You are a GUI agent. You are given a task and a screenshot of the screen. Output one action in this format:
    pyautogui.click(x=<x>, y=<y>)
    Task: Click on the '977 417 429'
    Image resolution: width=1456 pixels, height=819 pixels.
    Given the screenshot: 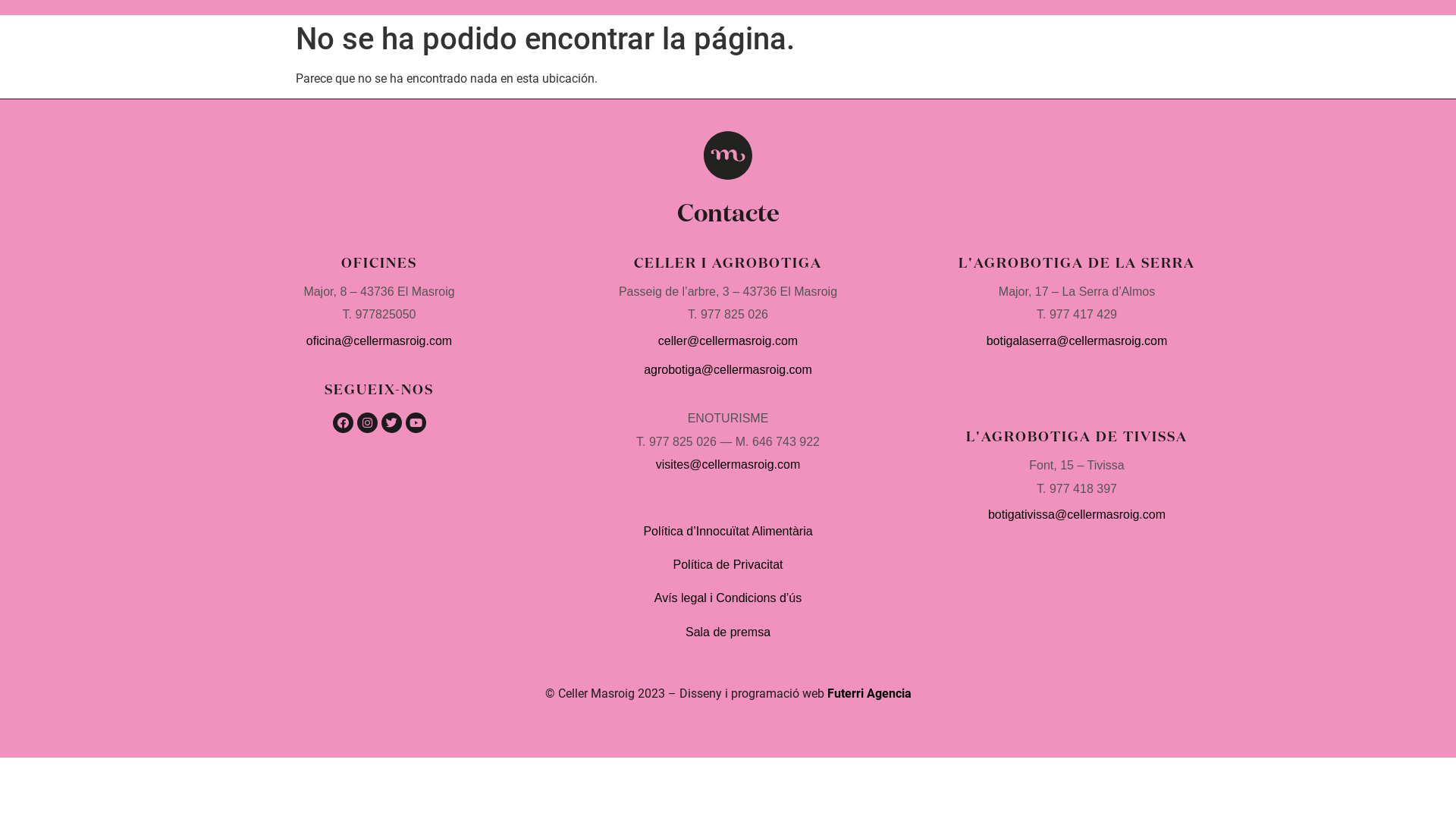 What is the action you would take?
    pyautogui.click(x=1082, y=313)
    